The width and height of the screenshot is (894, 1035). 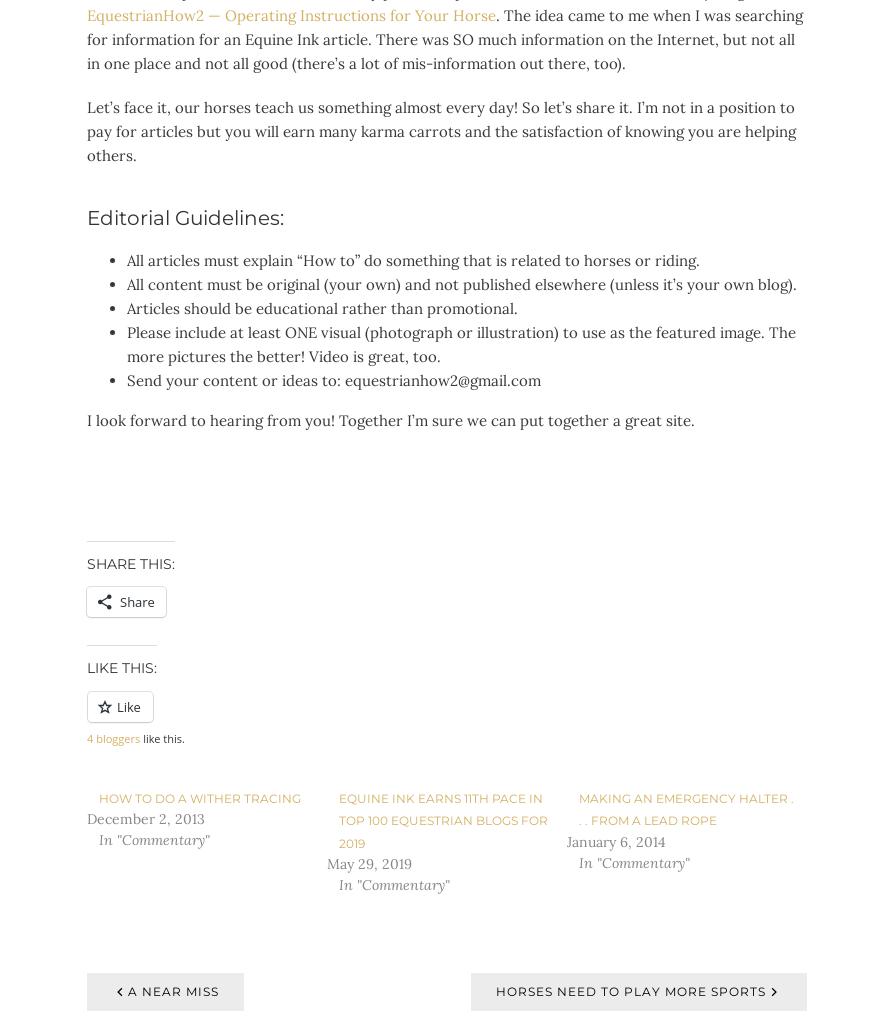 I want to click on 'Horses need to play more sports', so click(x=630, y=989).